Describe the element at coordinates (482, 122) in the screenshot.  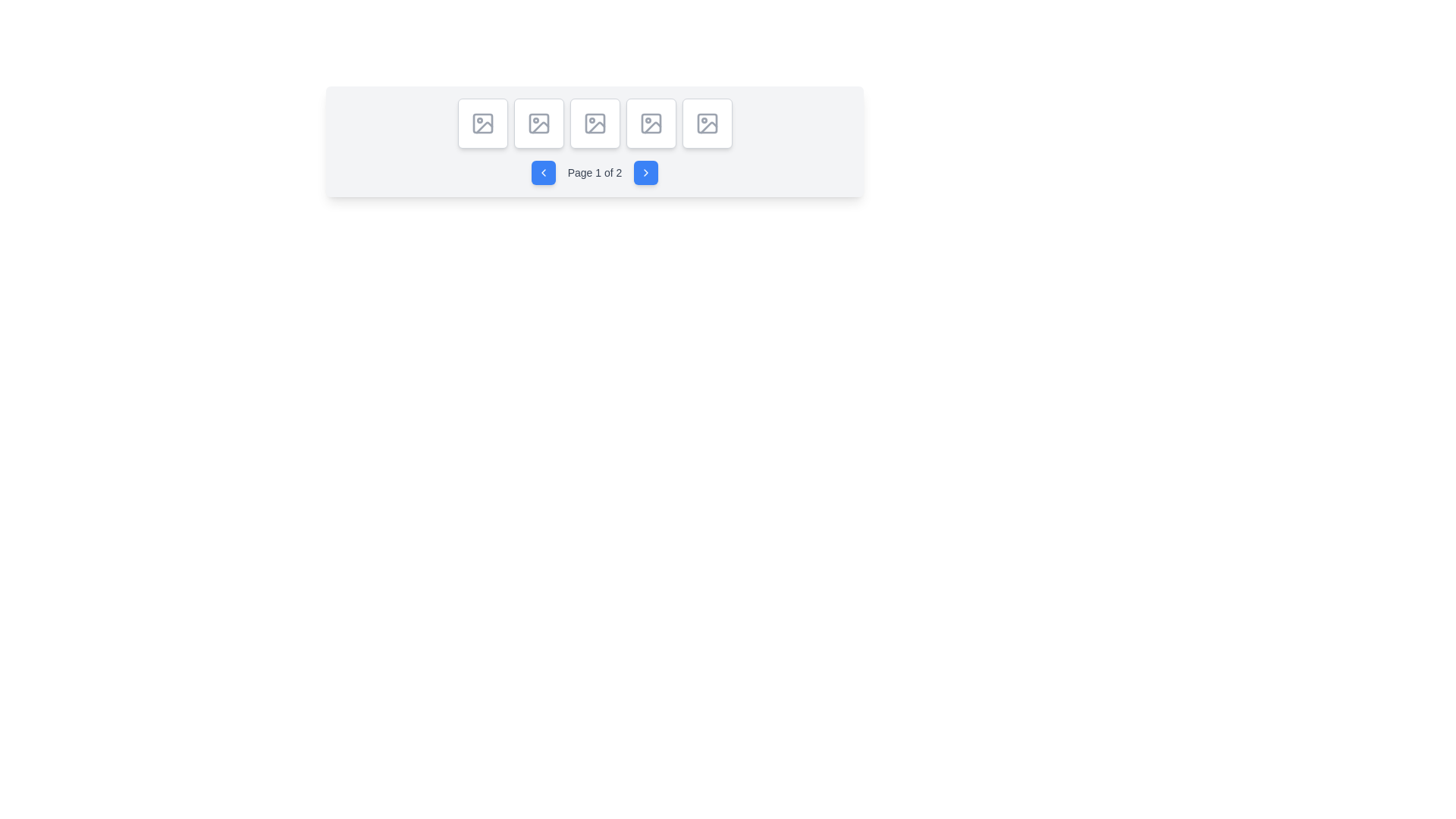
I see `the first selectable button in the navigation bar, which is a white rounded square with a gray landscape icon` at that location.